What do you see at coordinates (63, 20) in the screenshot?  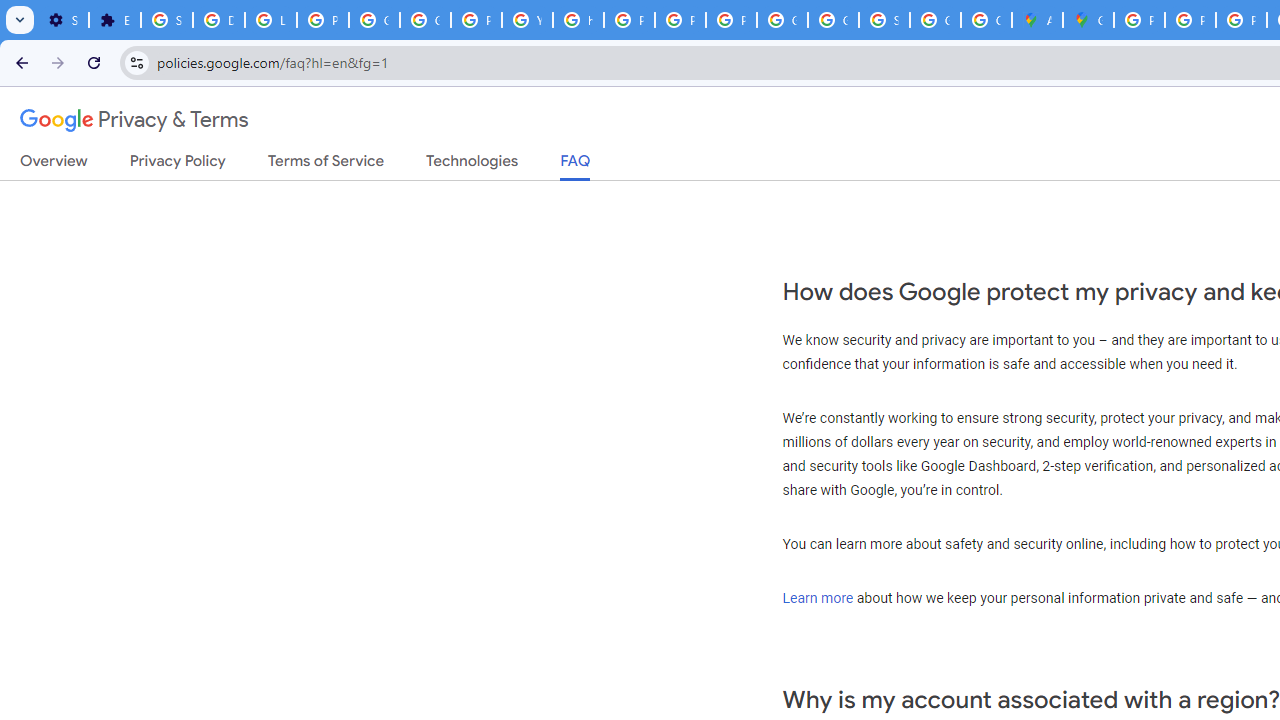 I see `'Settings - On startup'` at bounding box center [63, 20].